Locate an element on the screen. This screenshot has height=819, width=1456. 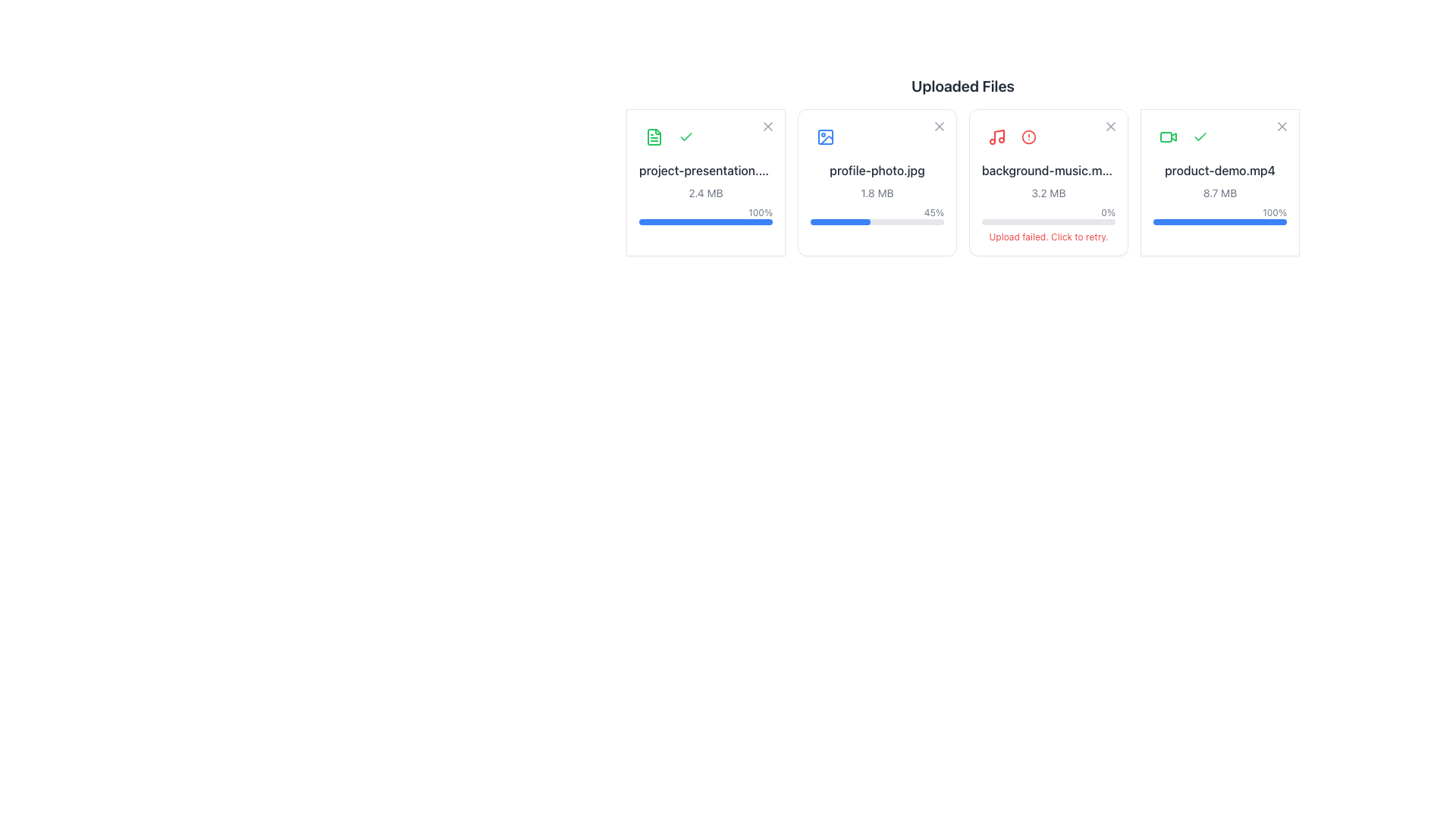
progress bar value is located at coordinates (850, 222).